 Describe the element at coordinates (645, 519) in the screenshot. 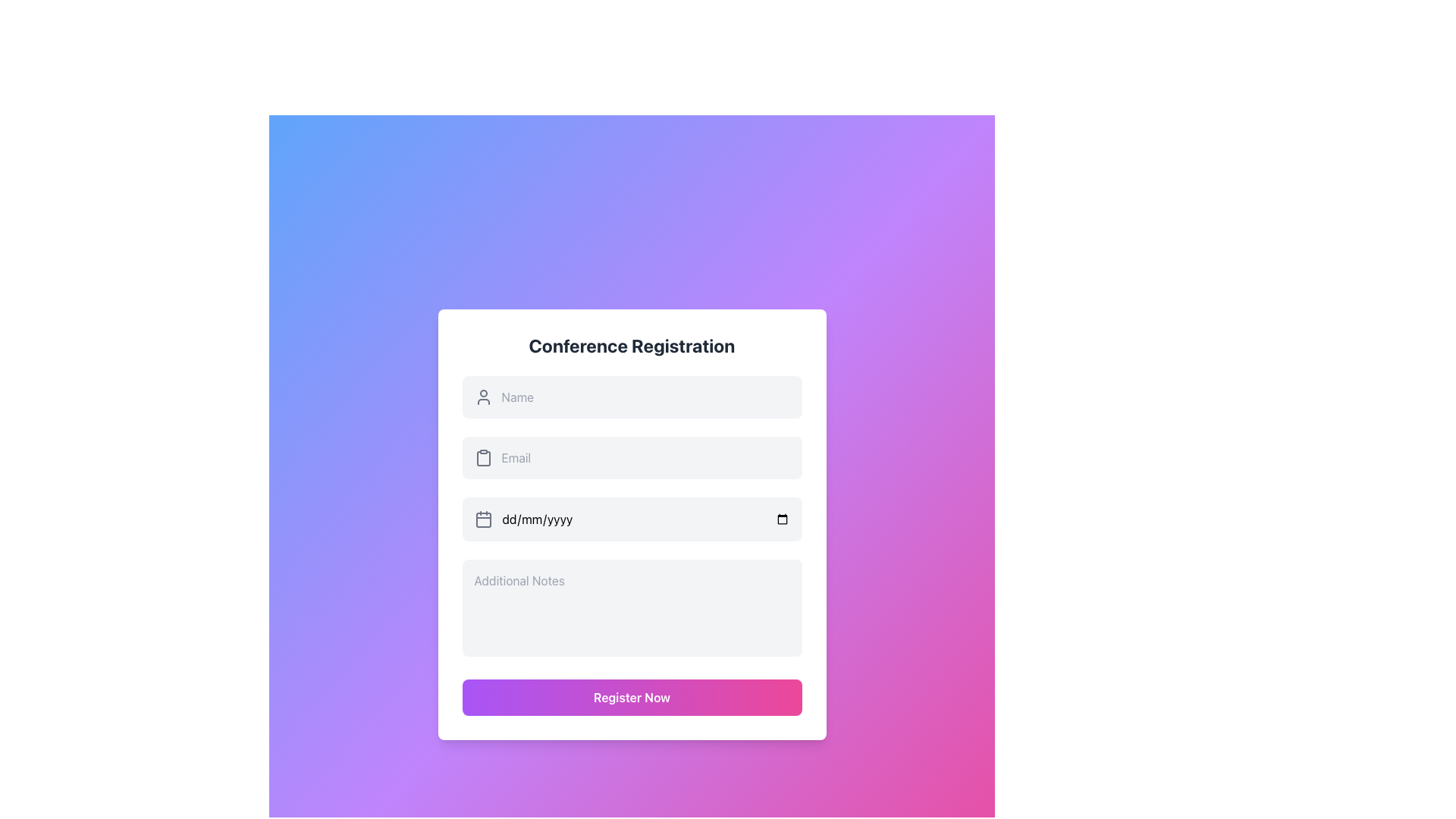

I see `a date from the calendar pop-up by clicking on the date input field, which is the third field in the 'Conference Registration' form, located between the 'Email' input and 'Additional Notes' fields` at that location.